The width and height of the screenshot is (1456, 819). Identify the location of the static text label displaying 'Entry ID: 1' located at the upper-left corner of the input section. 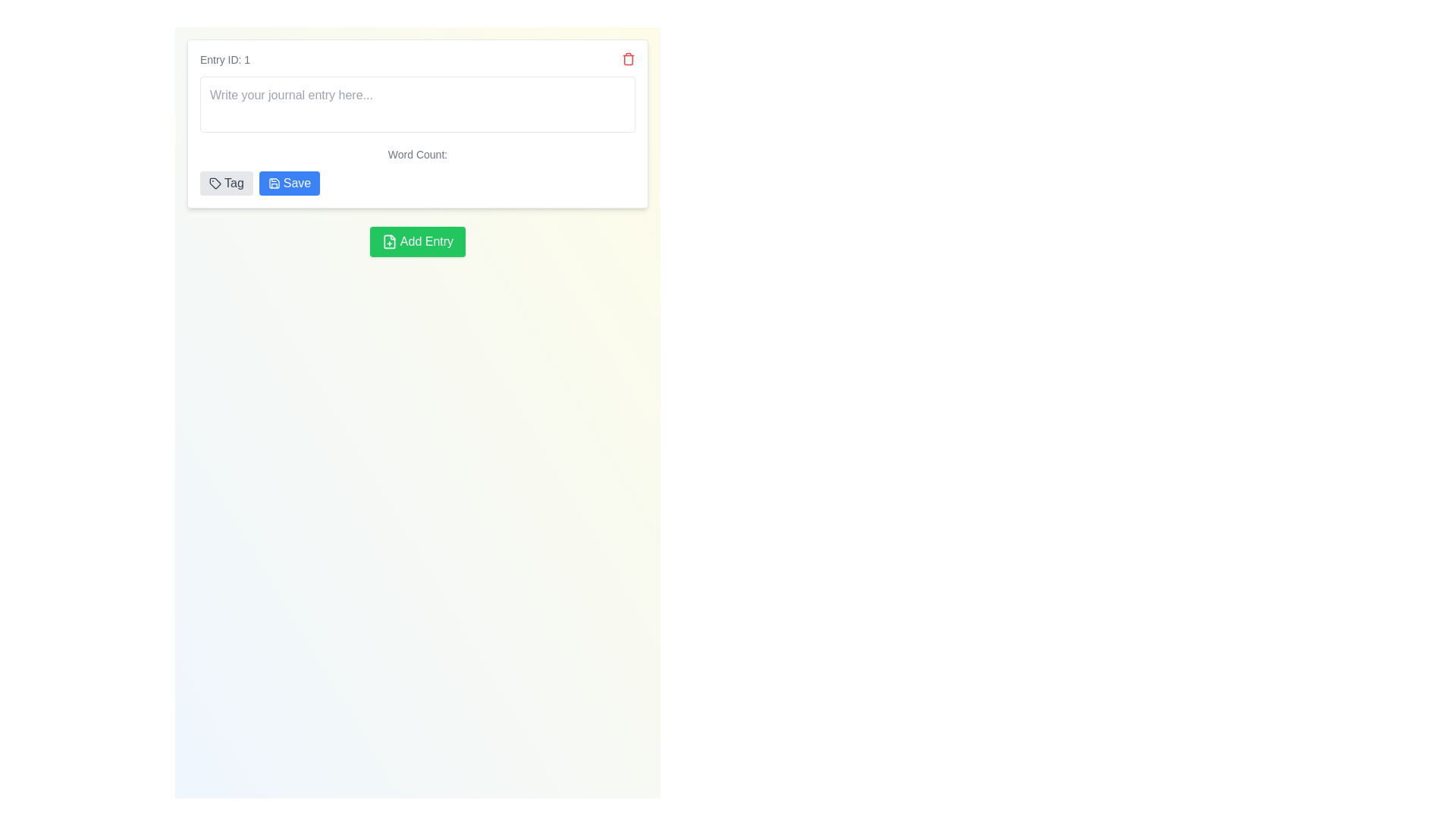
(224, 58).